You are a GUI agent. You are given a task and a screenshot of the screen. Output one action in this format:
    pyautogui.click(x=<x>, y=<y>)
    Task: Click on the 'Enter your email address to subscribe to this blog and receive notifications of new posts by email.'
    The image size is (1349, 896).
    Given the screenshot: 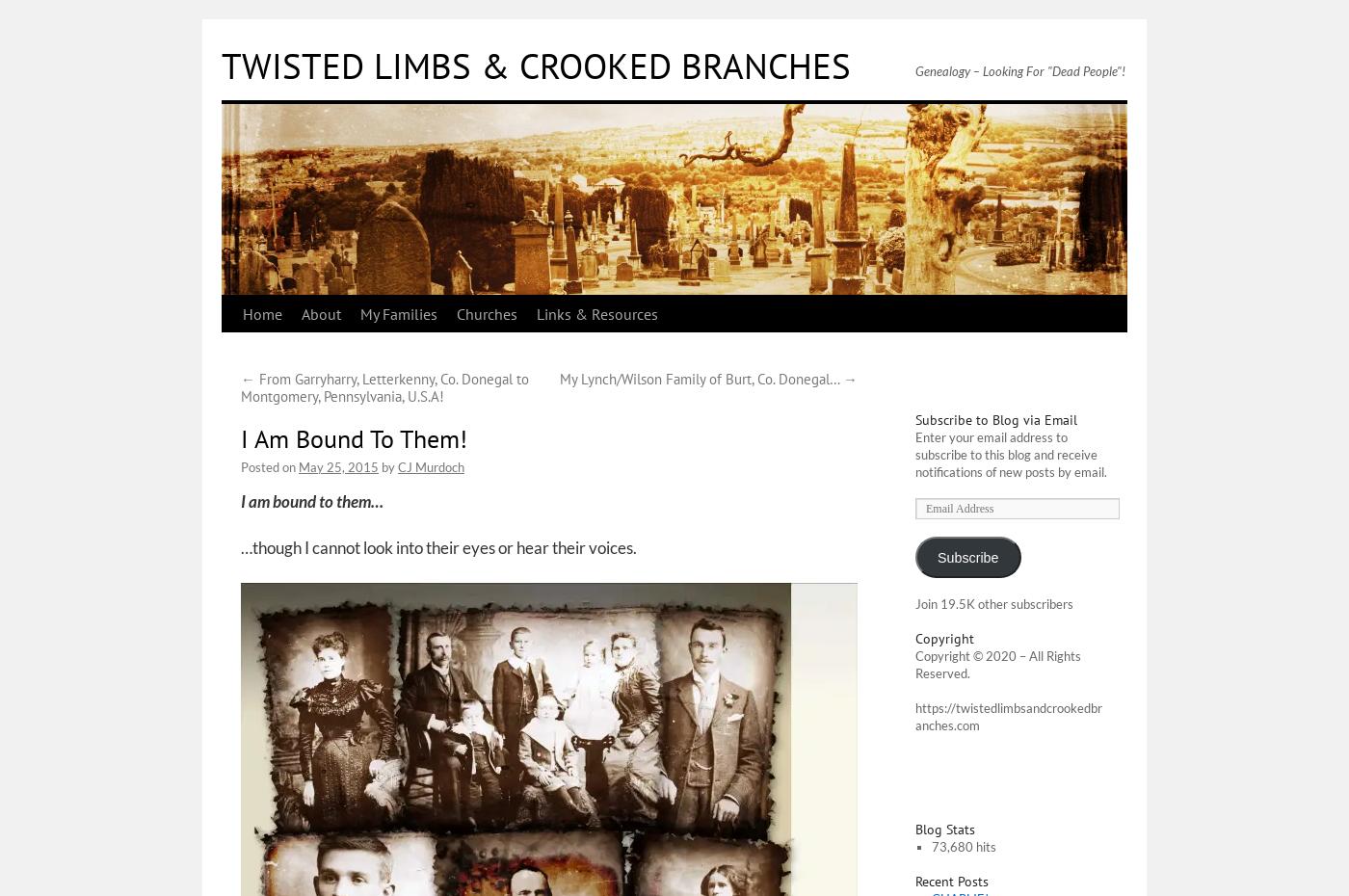 What is the action you would take?
    pyautogui.click(x=1011, y=453)
    